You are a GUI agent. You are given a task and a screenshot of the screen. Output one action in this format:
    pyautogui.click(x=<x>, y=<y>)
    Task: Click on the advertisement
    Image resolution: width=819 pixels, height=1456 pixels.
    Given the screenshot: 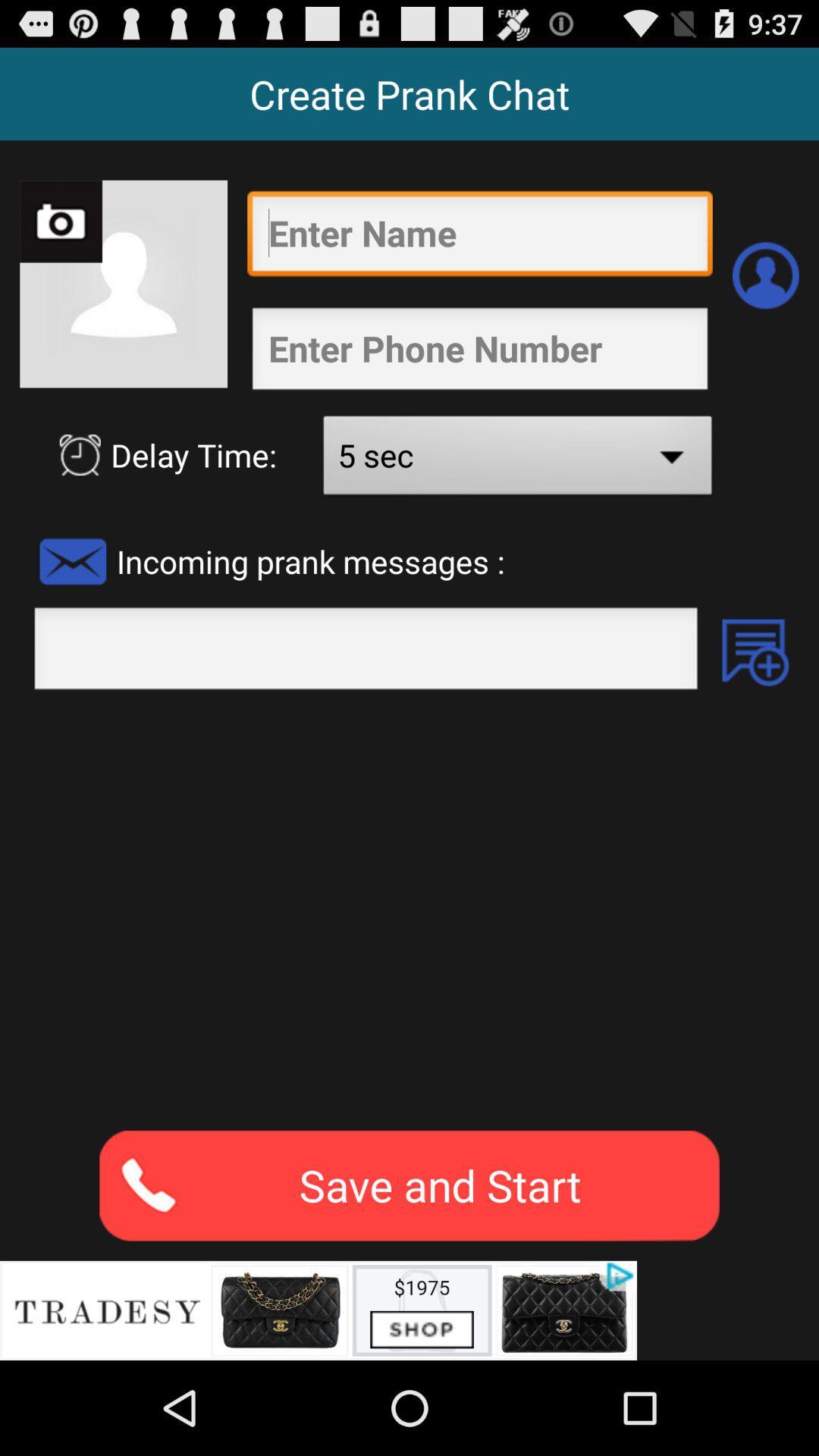 What is the action you would take?
    pyautogui.click(x=318, y=1310)
    